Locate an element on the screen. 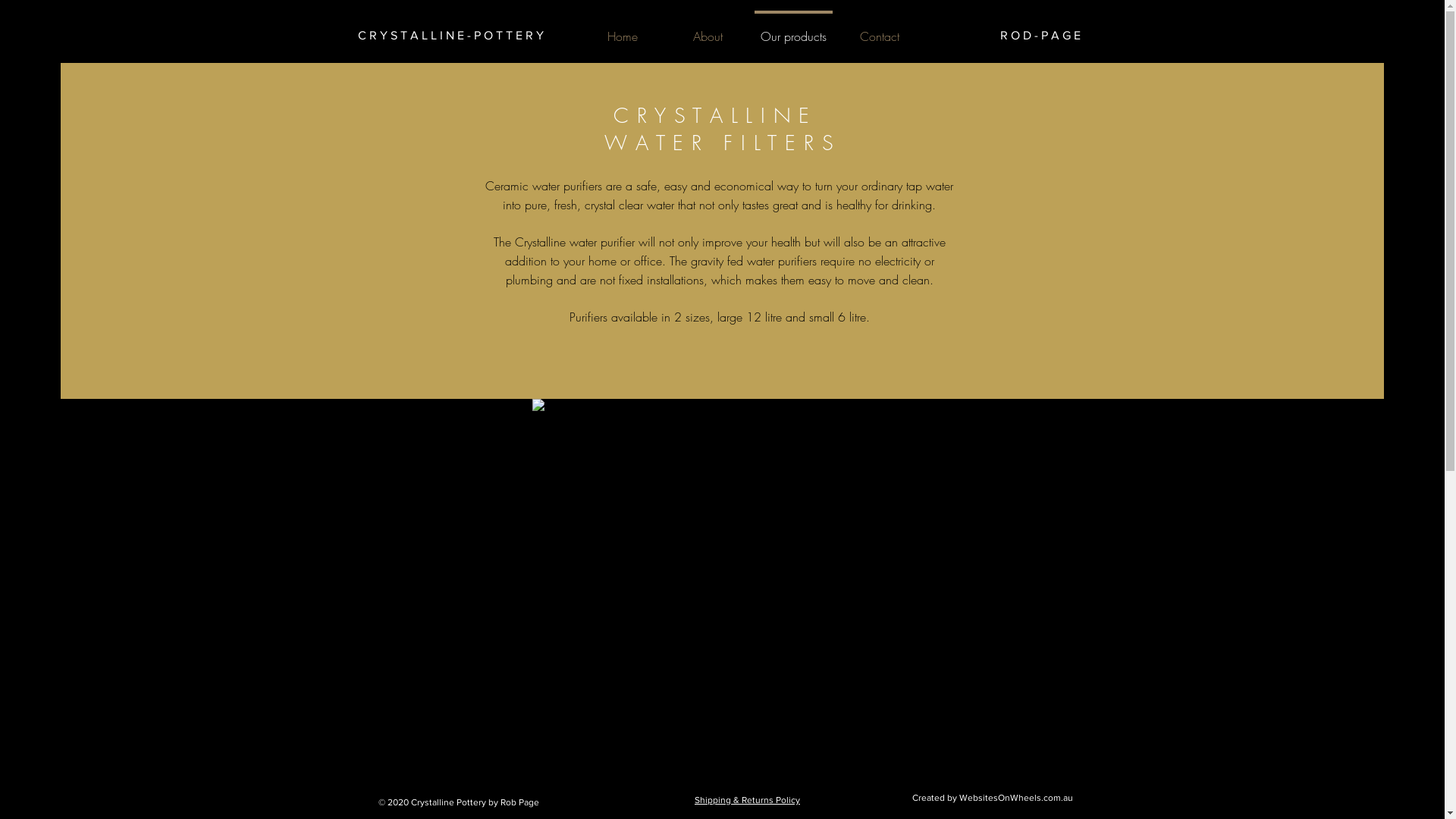  'Home' is located at coordinates (622, 29).